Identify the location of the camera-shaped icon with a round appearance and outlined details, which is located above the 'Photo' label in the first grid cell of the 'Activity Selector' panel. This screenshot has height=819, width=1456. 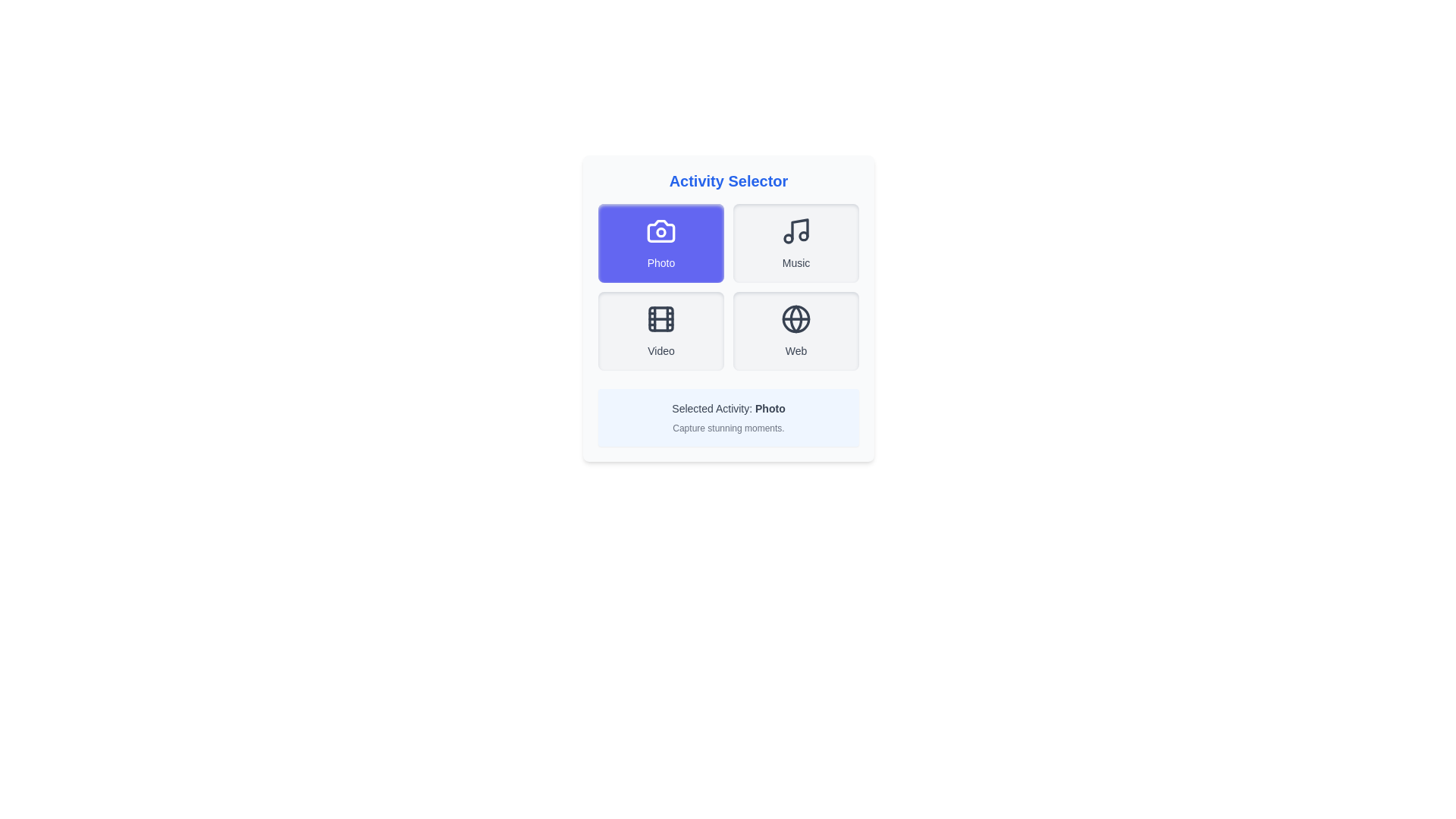
(661, 231).